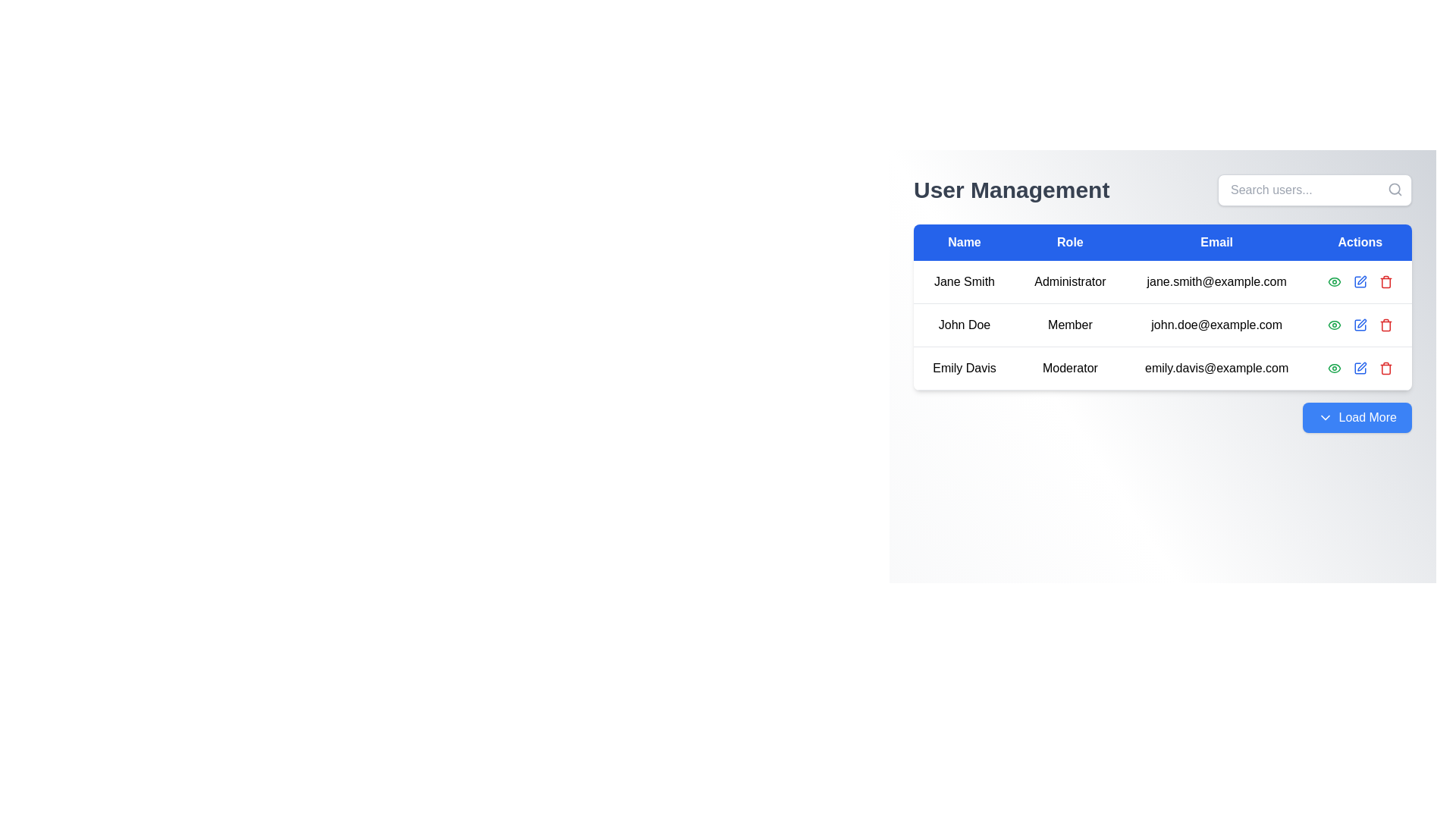  What do you see at coordinates (1360, 281) in the screenshot?
I see `the blue edit icon resembling a pen in the Actions section of the user management table to initiate the edit functionality` at bounding box center [1360, 281].